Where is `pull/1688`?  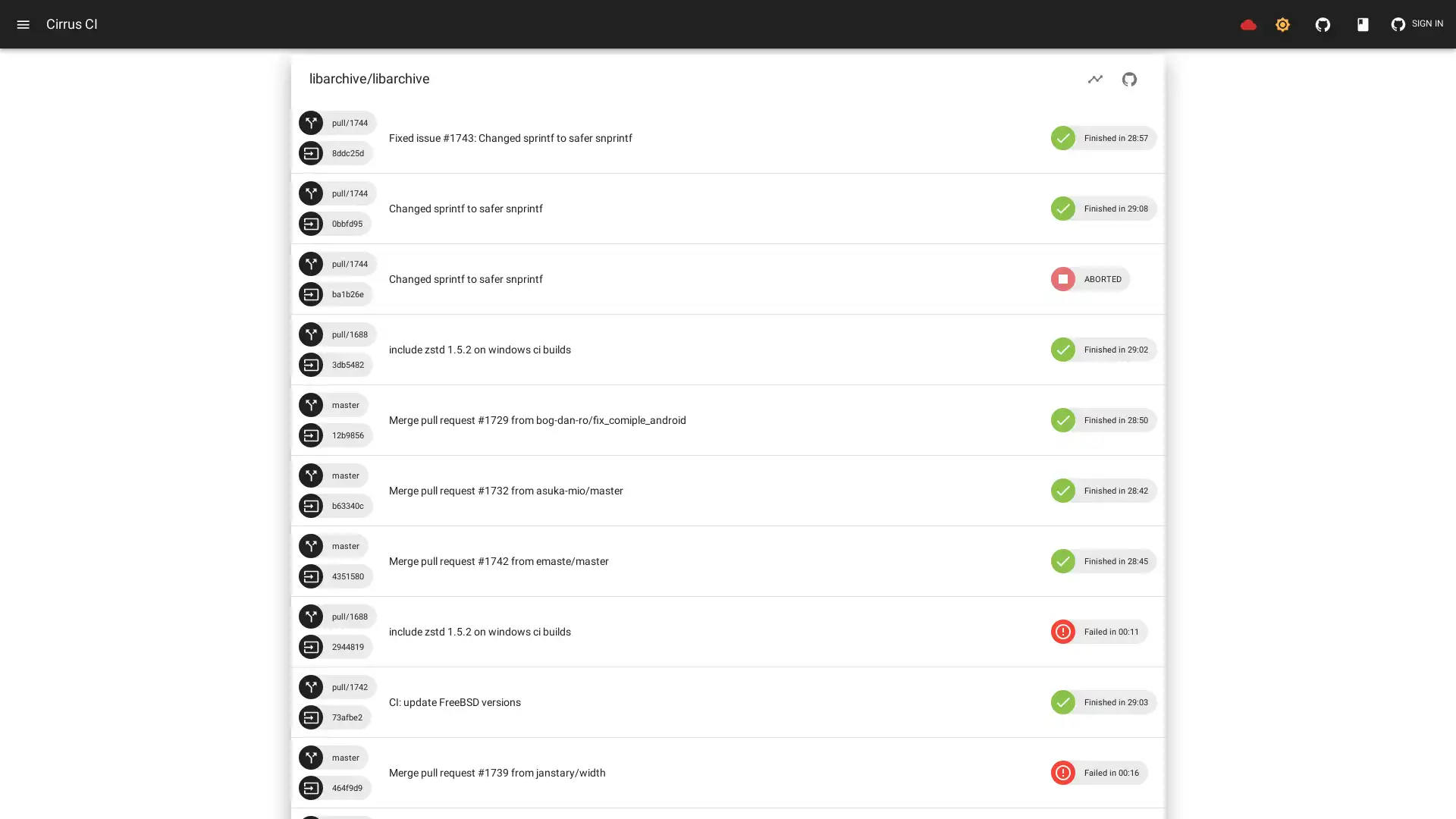
pull/1688 is located at coordinates (337, 333).